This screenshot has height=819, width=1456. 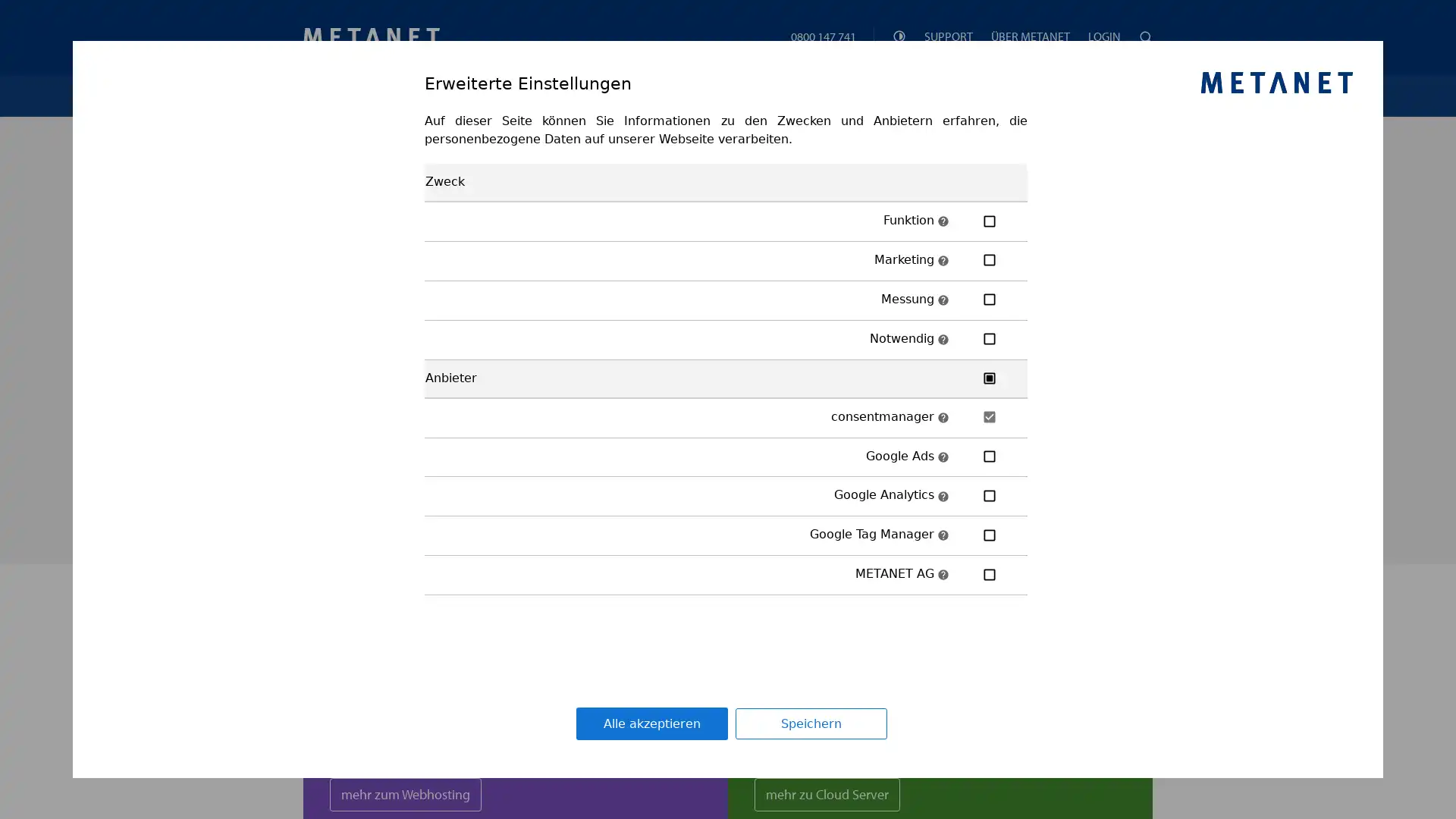 What do you see at coordinates (811, 723) in the screenshot?
I see `Speichern` at bounding box center [811, 723].